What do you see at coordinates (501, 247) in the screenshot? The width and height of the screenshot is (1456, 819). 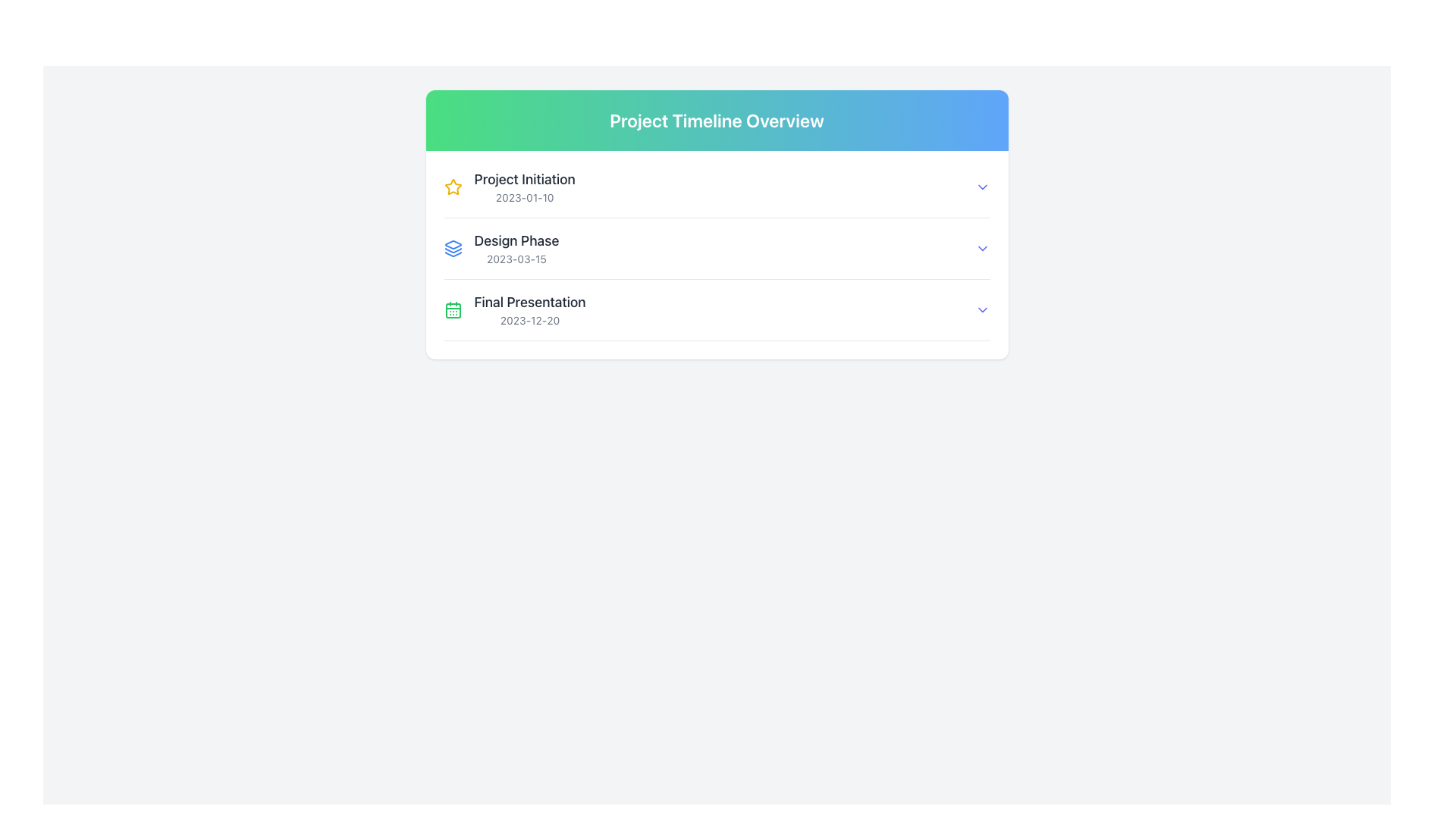 I see `the List item labeled 'Design Phase' with the date '2023-03-15'` at bounding box center [501, 247].